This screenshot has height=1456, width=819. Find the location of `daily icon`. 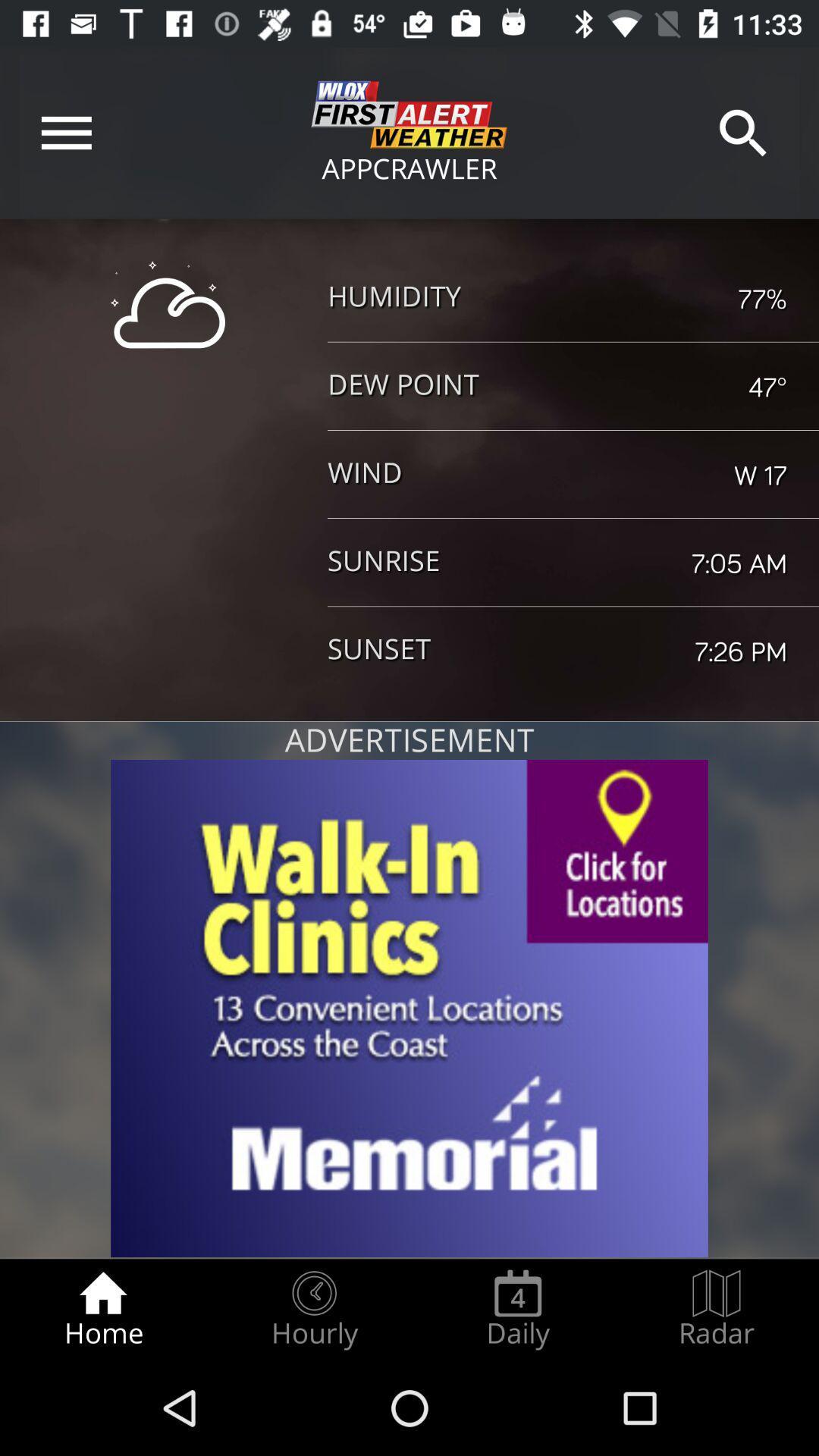

daily icon is located at coordinates (517, 1309).